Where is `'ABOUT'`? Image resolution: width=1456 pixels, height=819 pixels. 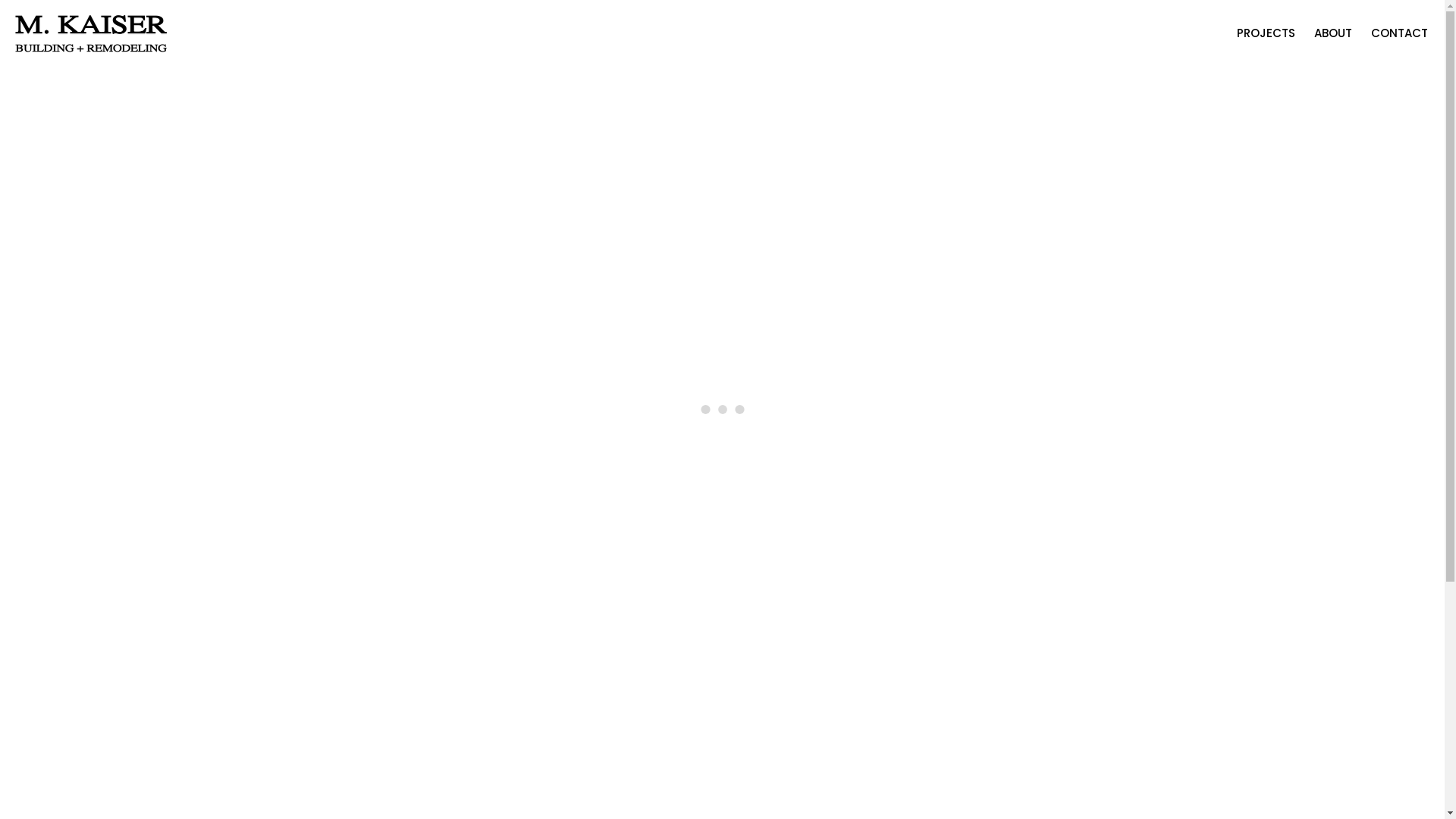
'ABOUT' is located at coordinates (1332, 34).